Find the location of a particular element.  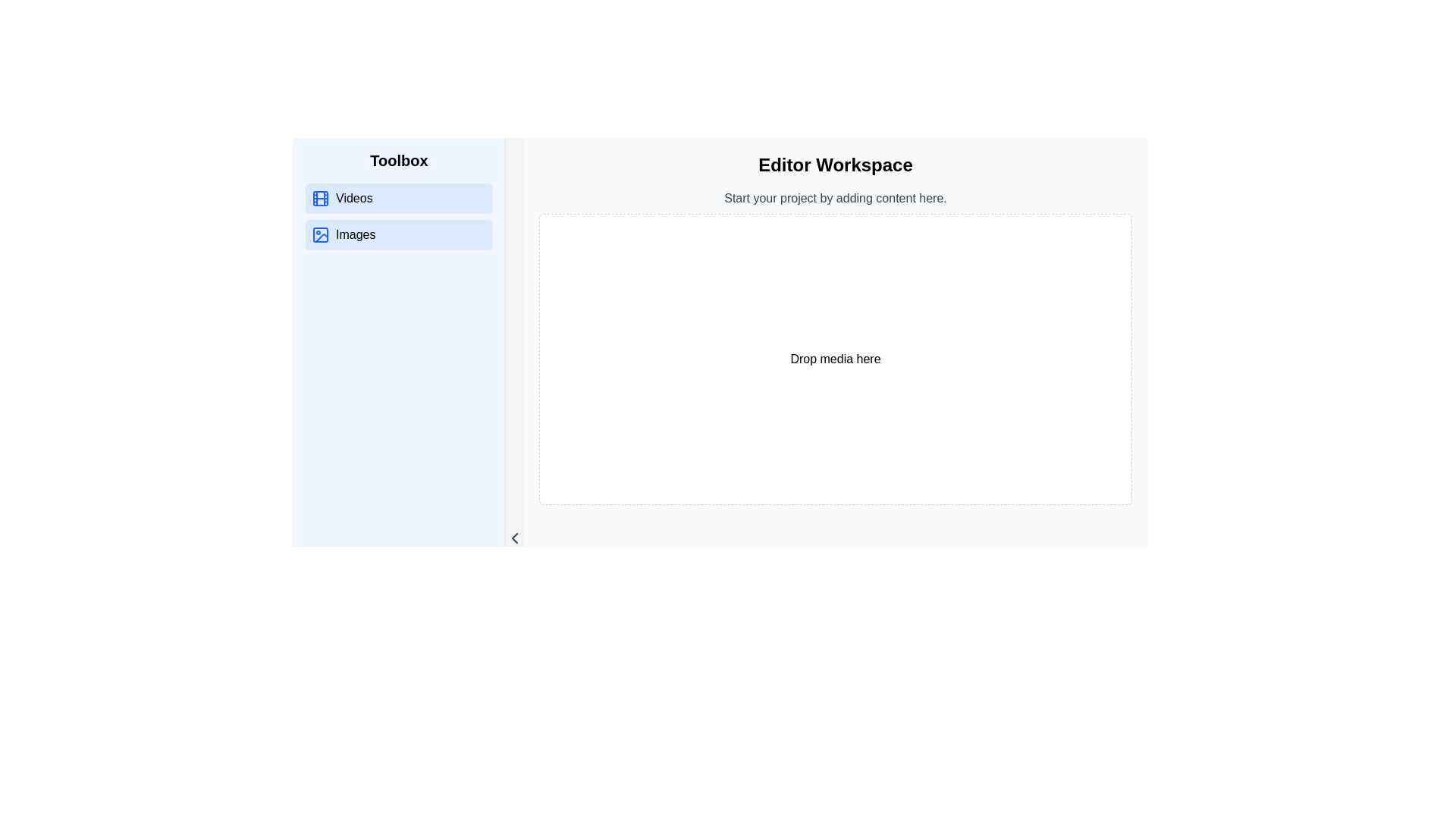

the blue filmstrip icon located in the 'Toolbox' section, which is the first part of the 'Videos' button group is located at coordinates (319, 198).